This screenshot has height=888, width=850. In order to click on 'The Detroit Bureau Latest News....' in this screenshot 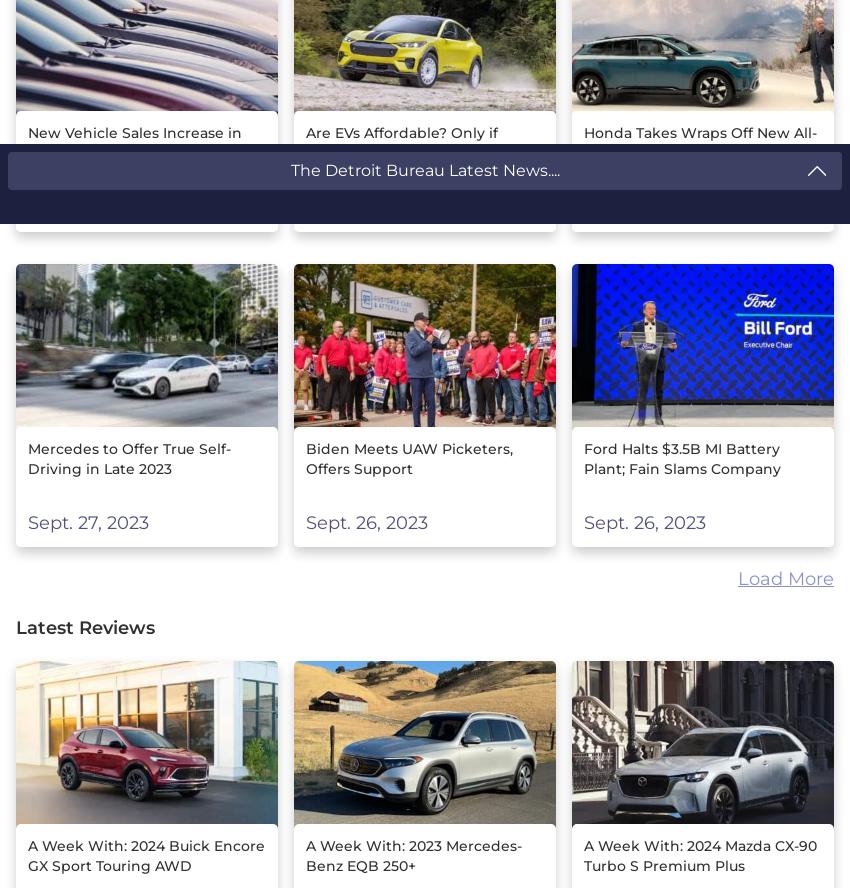, I will do `click(424, 169)`.